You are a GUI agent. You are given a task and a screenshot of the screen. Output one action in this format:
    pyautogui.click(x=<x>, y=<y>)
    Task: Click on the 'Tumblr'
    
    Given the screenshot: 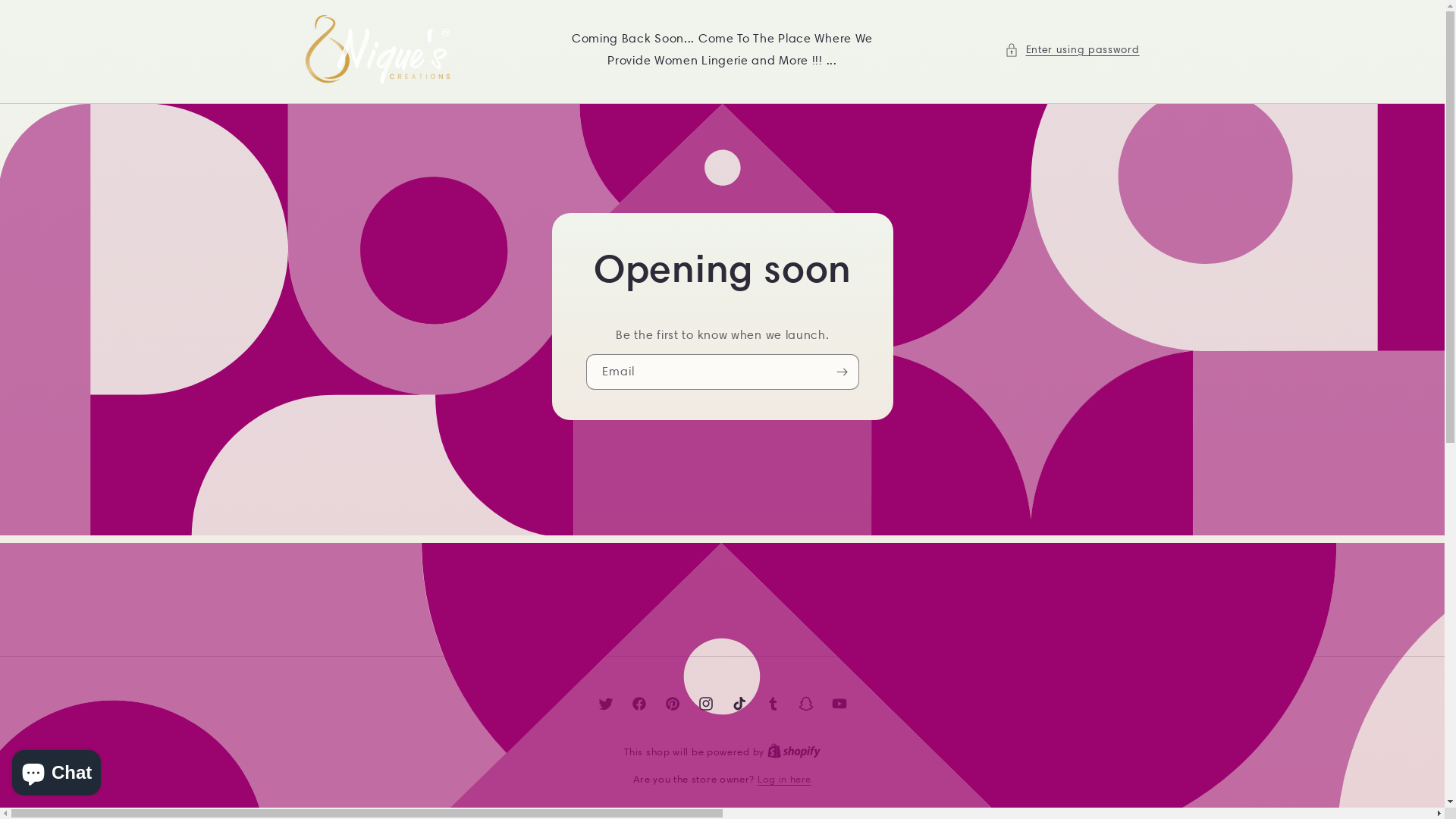 What is the action you would take?
    pyautogui.click(x=771, y=704)
    